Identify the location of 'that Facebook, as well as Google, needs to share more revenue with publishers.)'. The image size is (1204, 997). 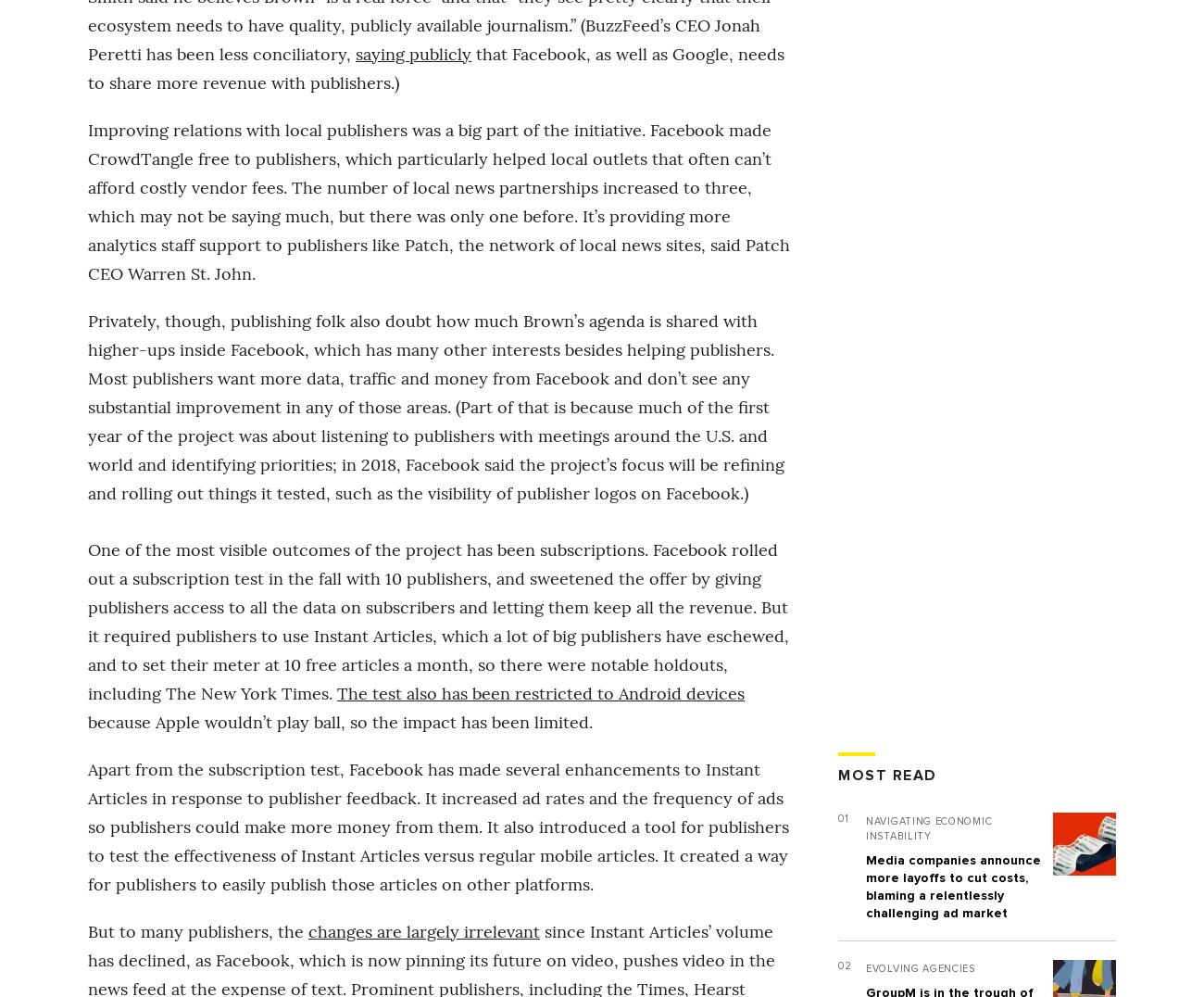
(434, 67).